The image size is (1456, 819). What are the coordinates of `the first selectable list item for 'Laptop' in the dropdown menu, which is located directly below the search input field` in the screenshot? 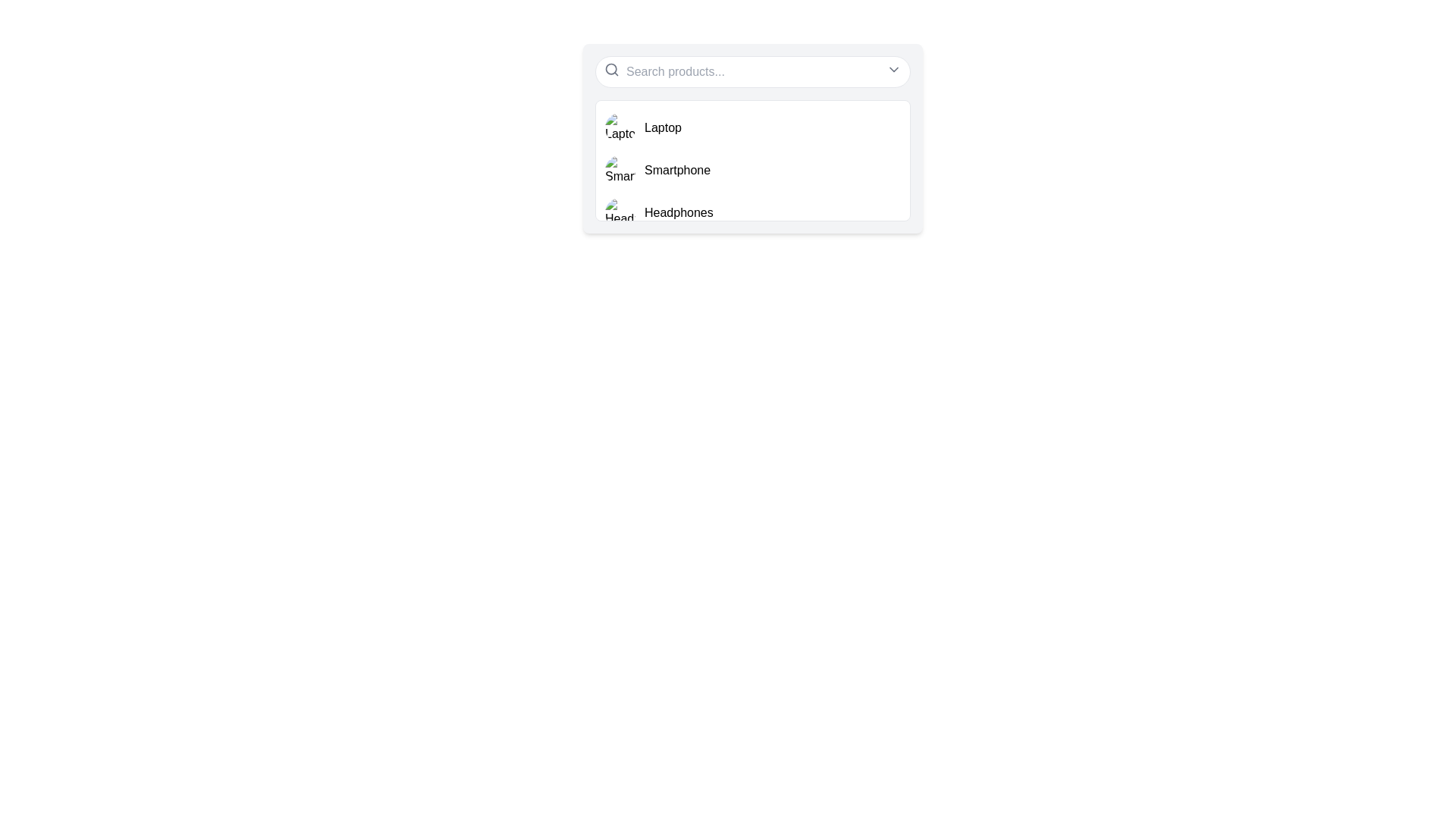 It's located at (753, 127).